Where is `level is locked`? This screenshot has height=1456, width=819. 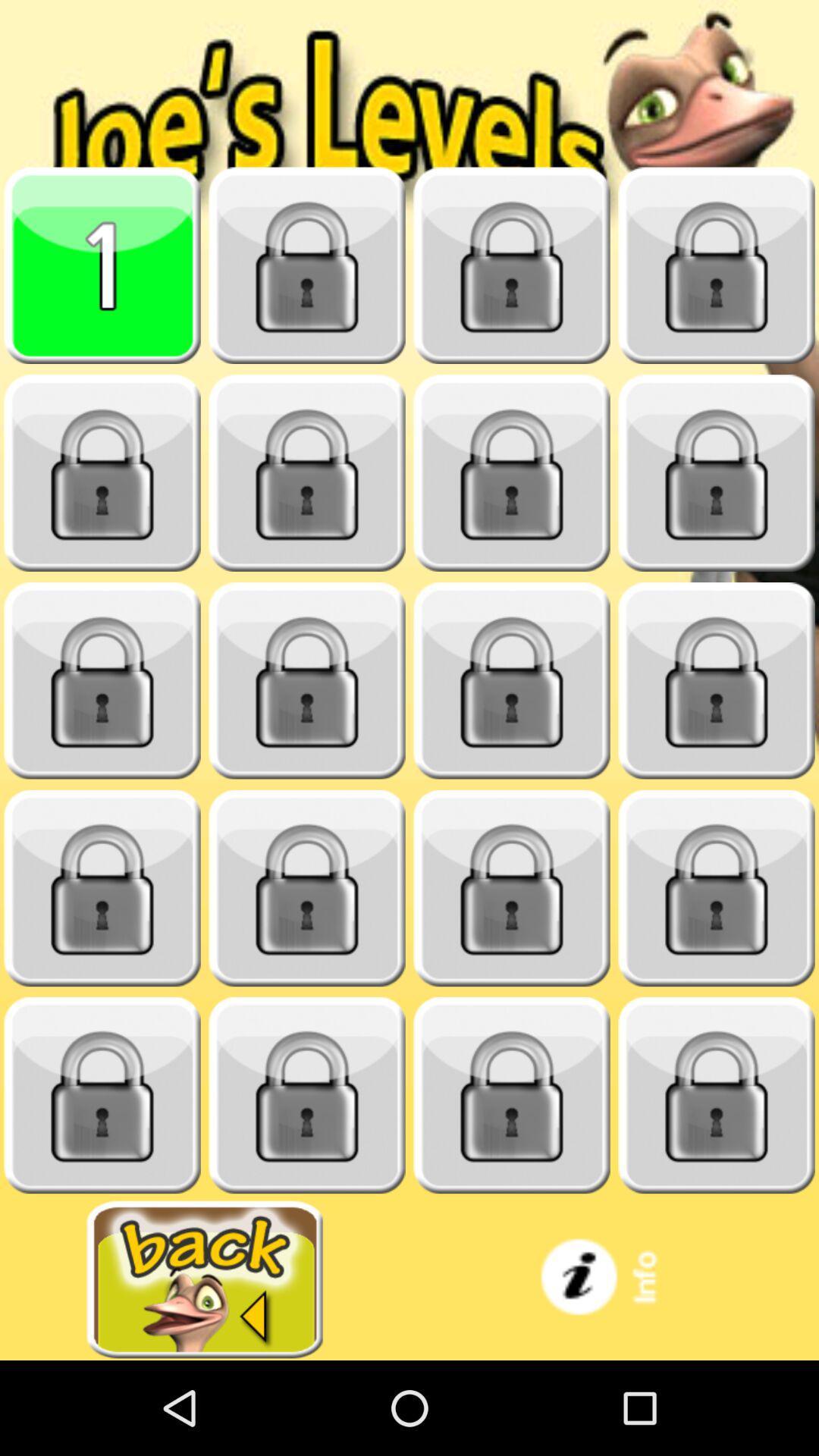
level is locked is located at coordinates (512, 265).